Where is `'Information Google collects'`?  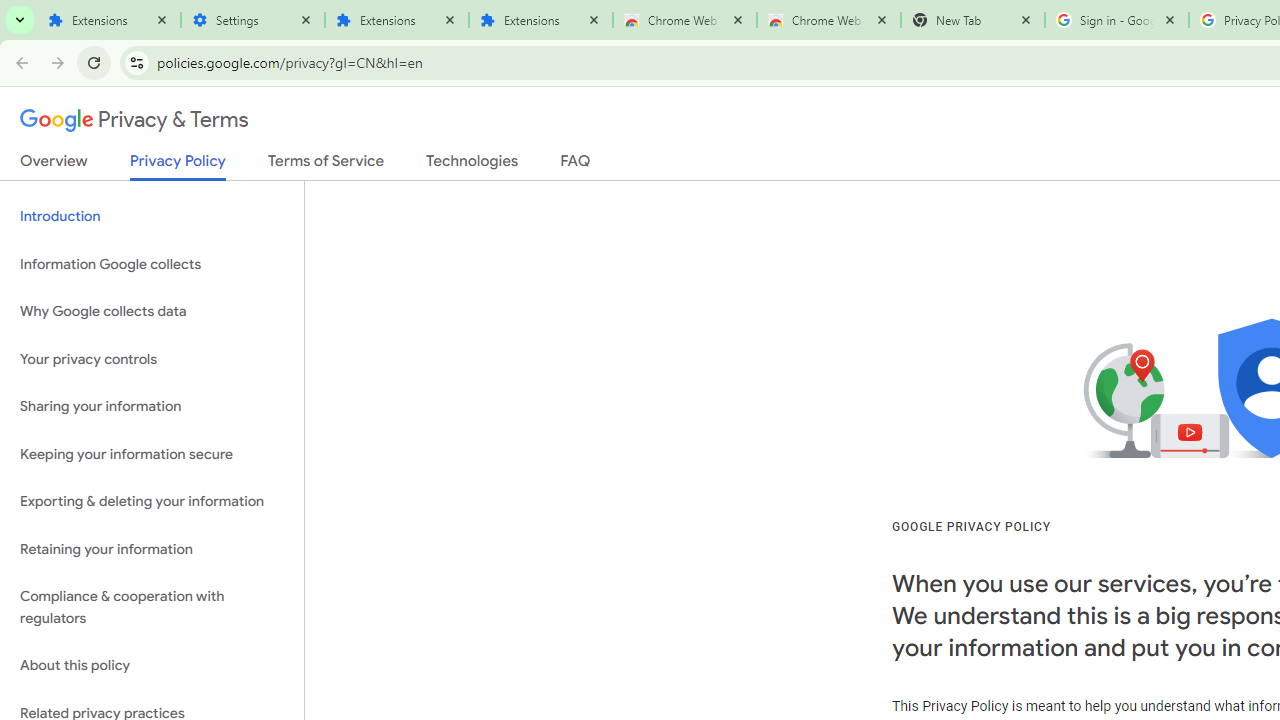 'Information Google collects' is located at coordinates (151, 263).